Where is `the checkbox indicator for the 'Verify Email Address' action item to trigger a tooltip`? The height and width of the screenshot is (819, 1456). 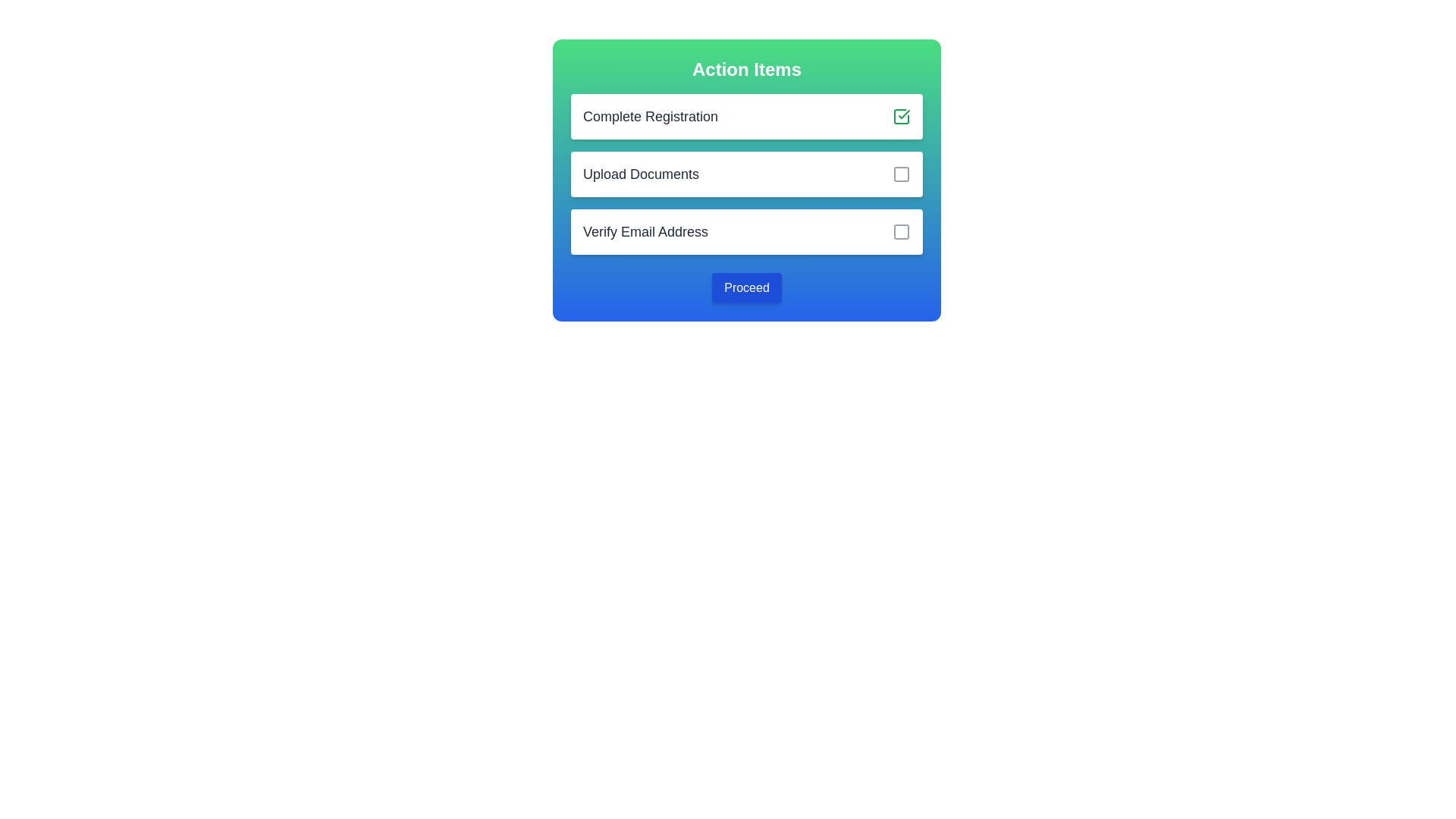 the checkbox indicator for the 'Verify Email Address' action item to trigger a tooltip is located at coordinates (902, 231).